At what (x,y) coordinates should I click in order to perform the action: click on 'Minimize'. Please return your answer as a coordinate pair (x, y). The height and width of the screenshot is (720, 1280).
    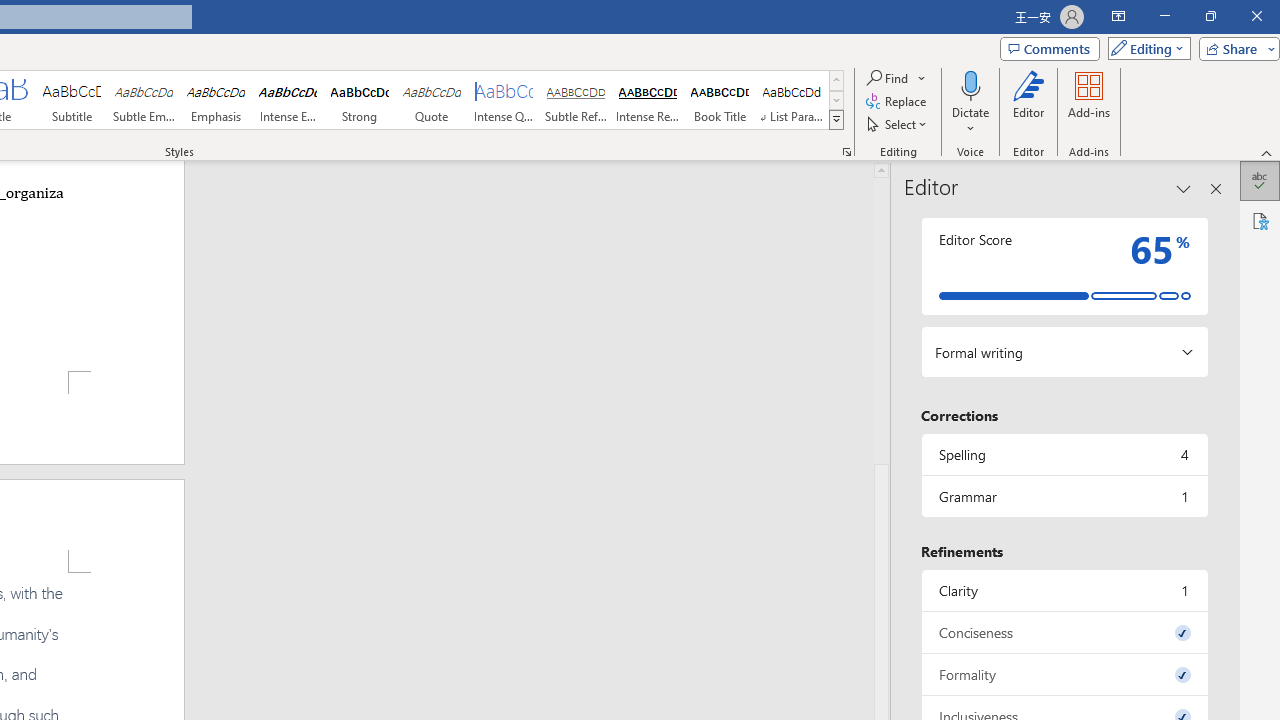
    Looking at the image, I should click on (1164, 16).